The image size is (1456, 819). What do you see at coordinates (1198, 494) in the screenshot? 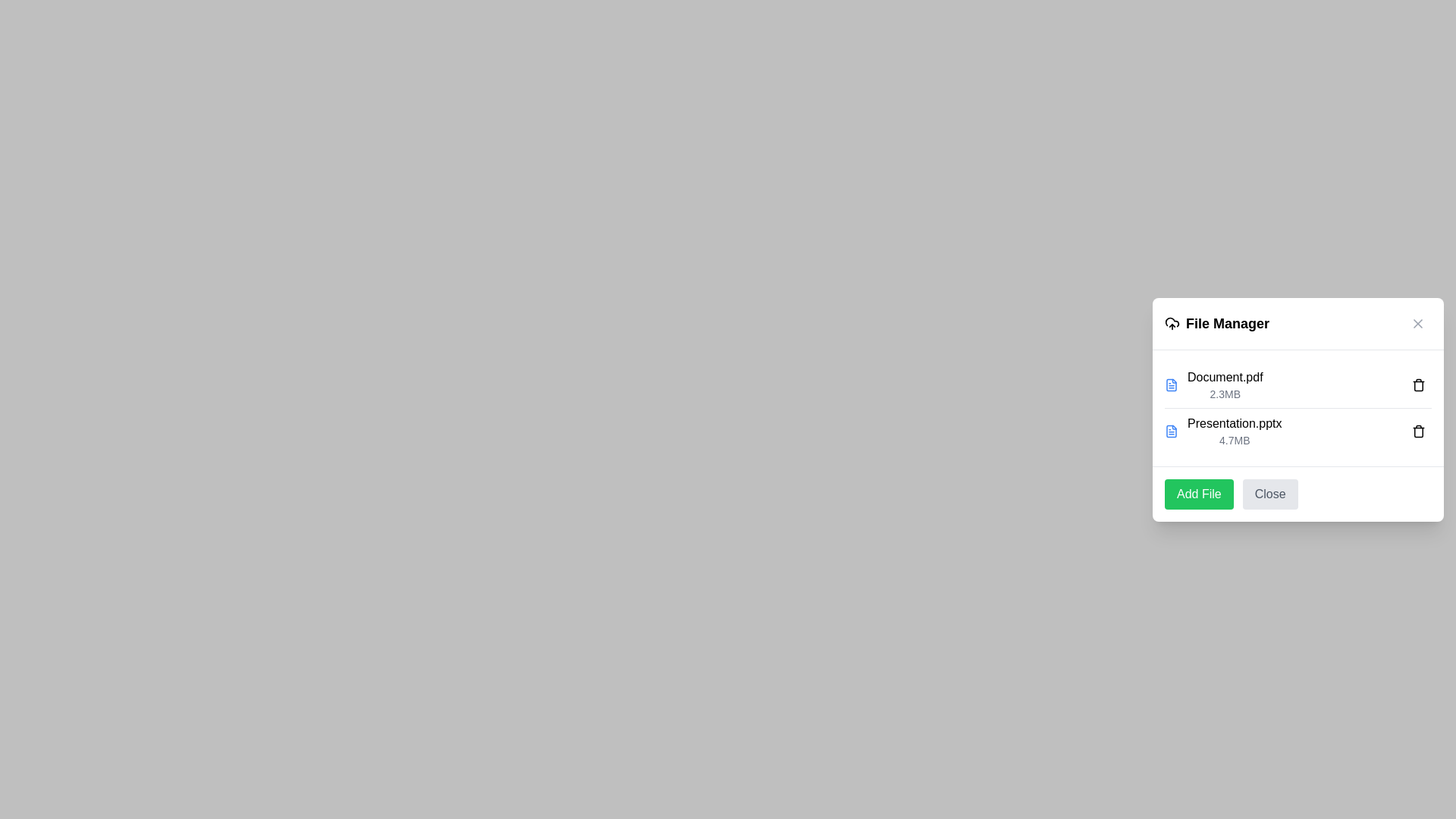
I see `the 'Add Files' button located at the bottom-left corner of the 'File Manager' modal dialog` at bounding box center [1198, 494].